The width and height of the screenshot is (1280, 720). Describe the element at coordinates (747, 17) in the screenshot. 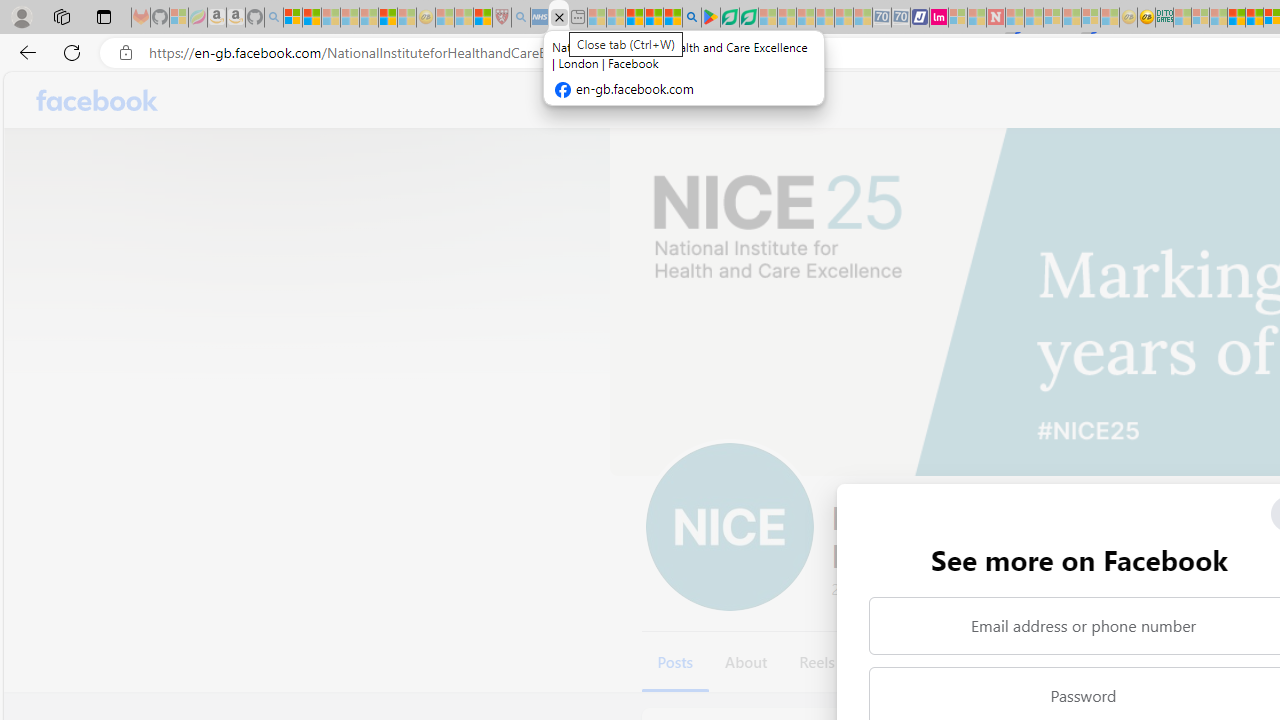

I see `'Microsoft Word - consumer-privacy address update 2.2021'` at that location.